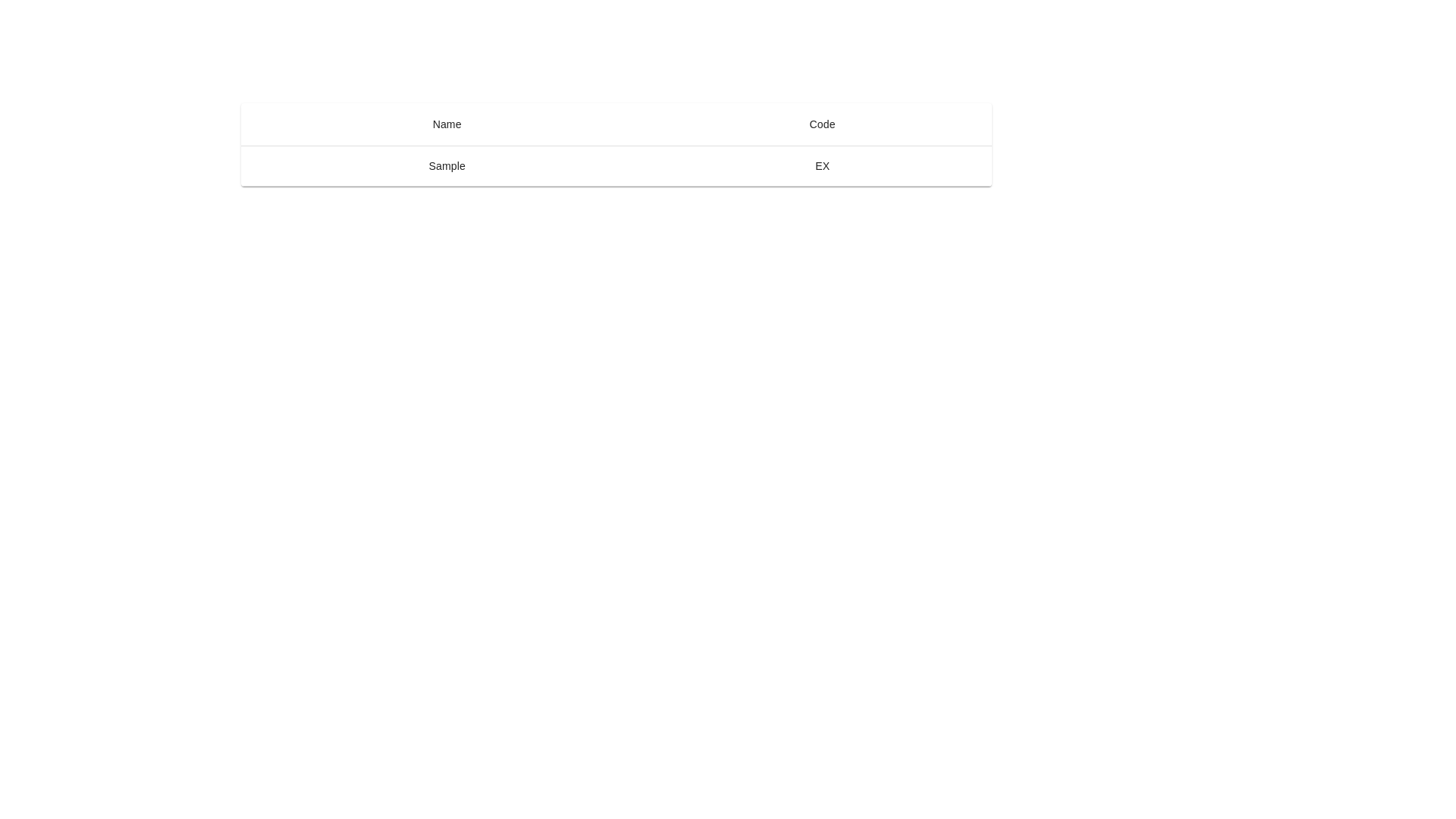 The image size is (1456, 819). I want to click on the Text cell displaying 'Sample' in the table, which is the first cell in the row labeled 'Name', so click(446, 166).